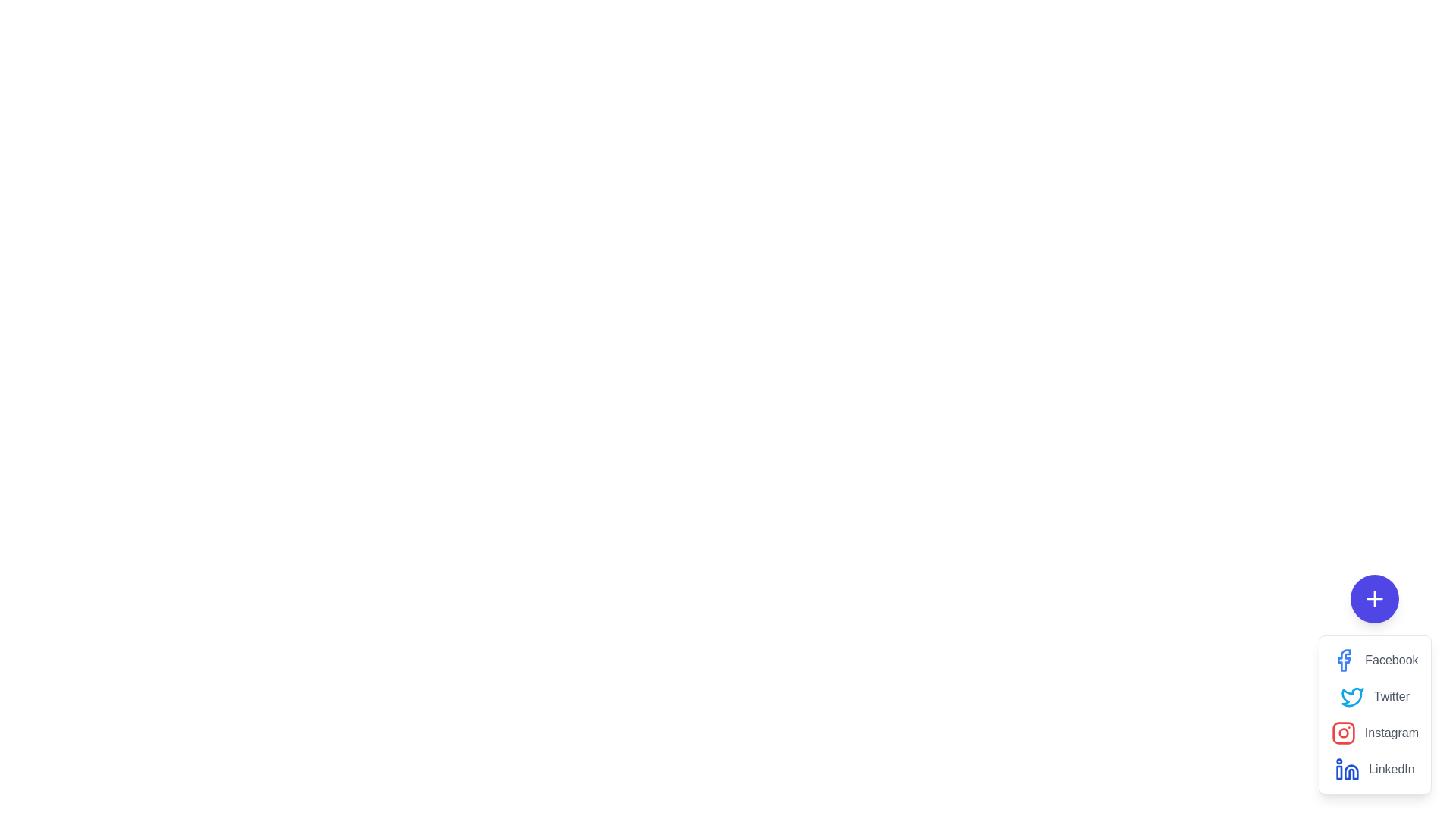  What do you see at coordinates (1375, 769) in the screenshot?
I see `the LinkedIn share option in the SocialShareSpeedDial component` at bounding box center [1375, 769].